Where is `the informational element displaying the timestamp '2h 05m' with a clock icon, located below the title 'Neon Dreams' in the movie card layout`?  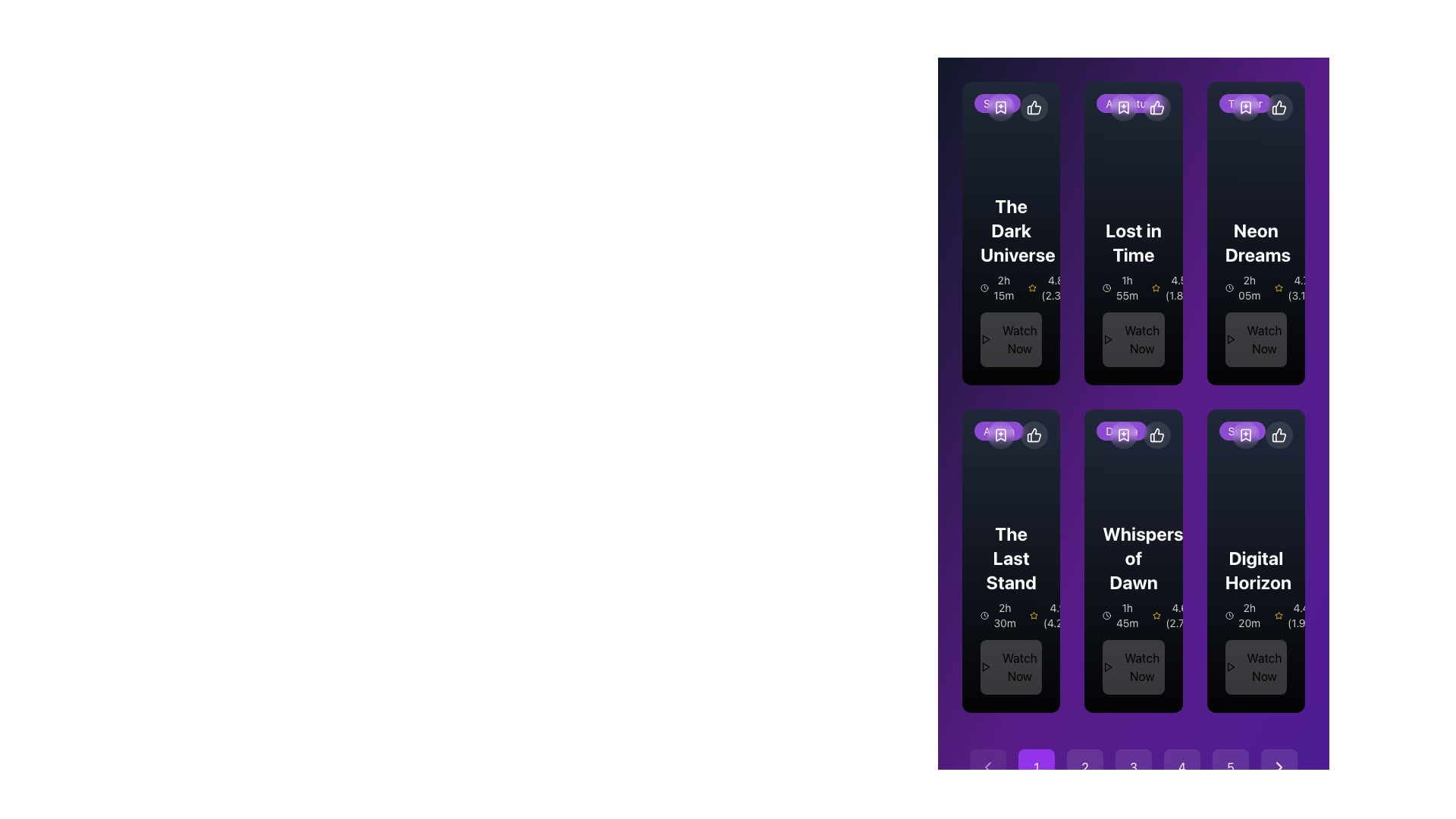 the informational element displaying the timestamp '2h 05m' with a clock icon, located below the title 'Neon Dreams' in the movie card layout is located at coordinates (1256, 288).